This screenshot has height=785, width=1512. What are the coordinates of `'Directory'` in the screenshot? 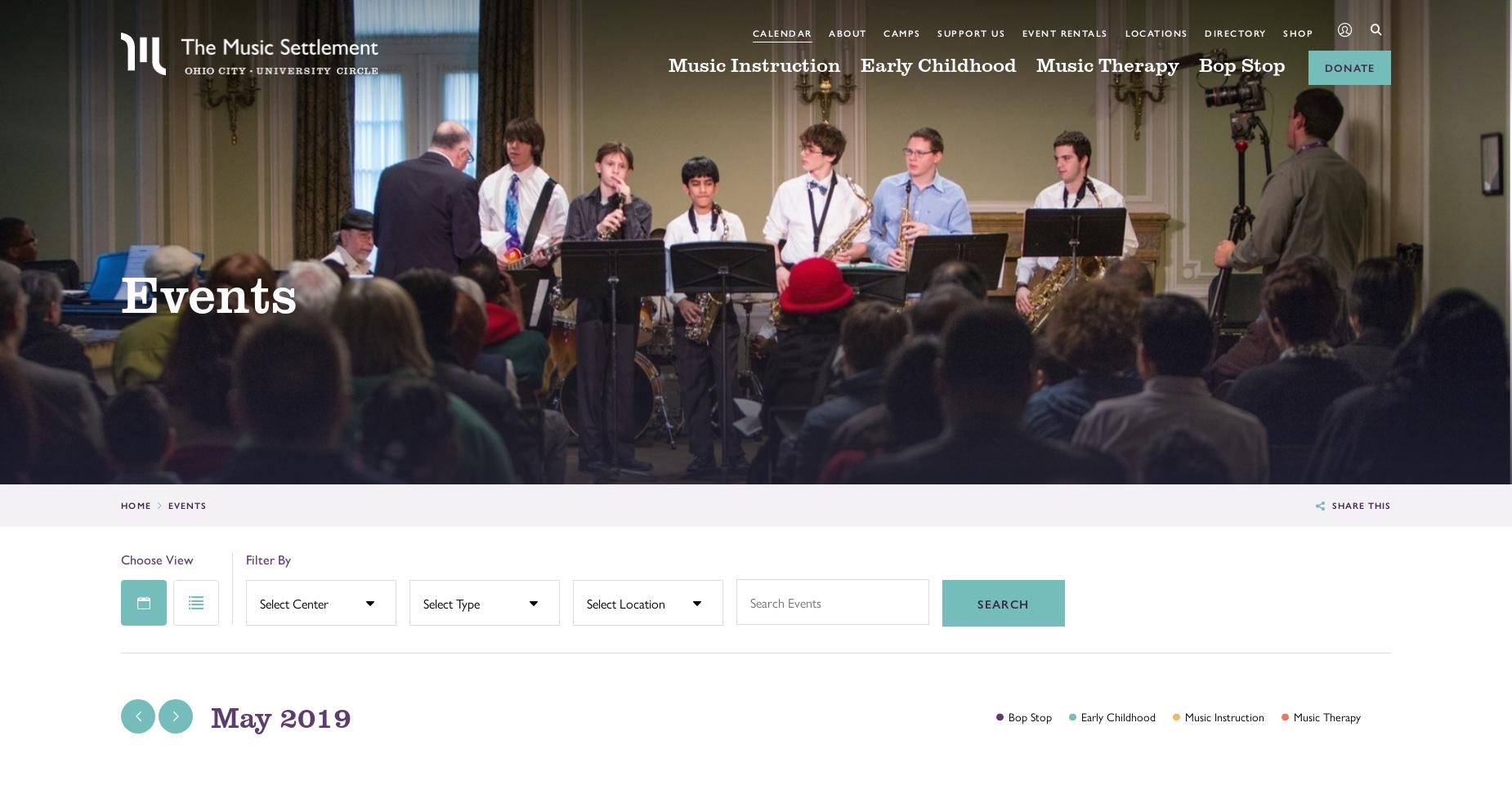 It's located at (1235, 31).